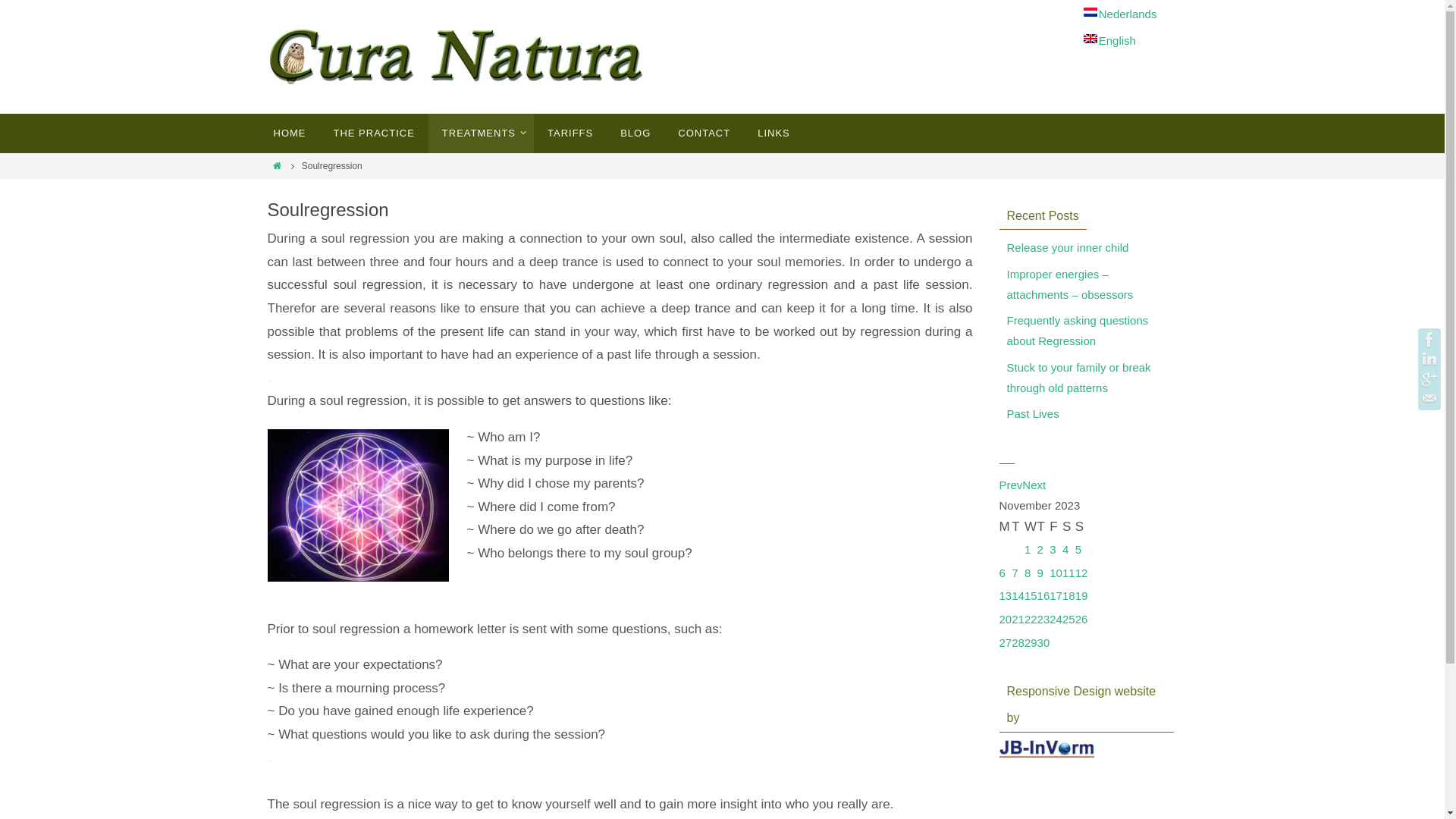  I want to click on 'CONTACT', so click(703, 133).